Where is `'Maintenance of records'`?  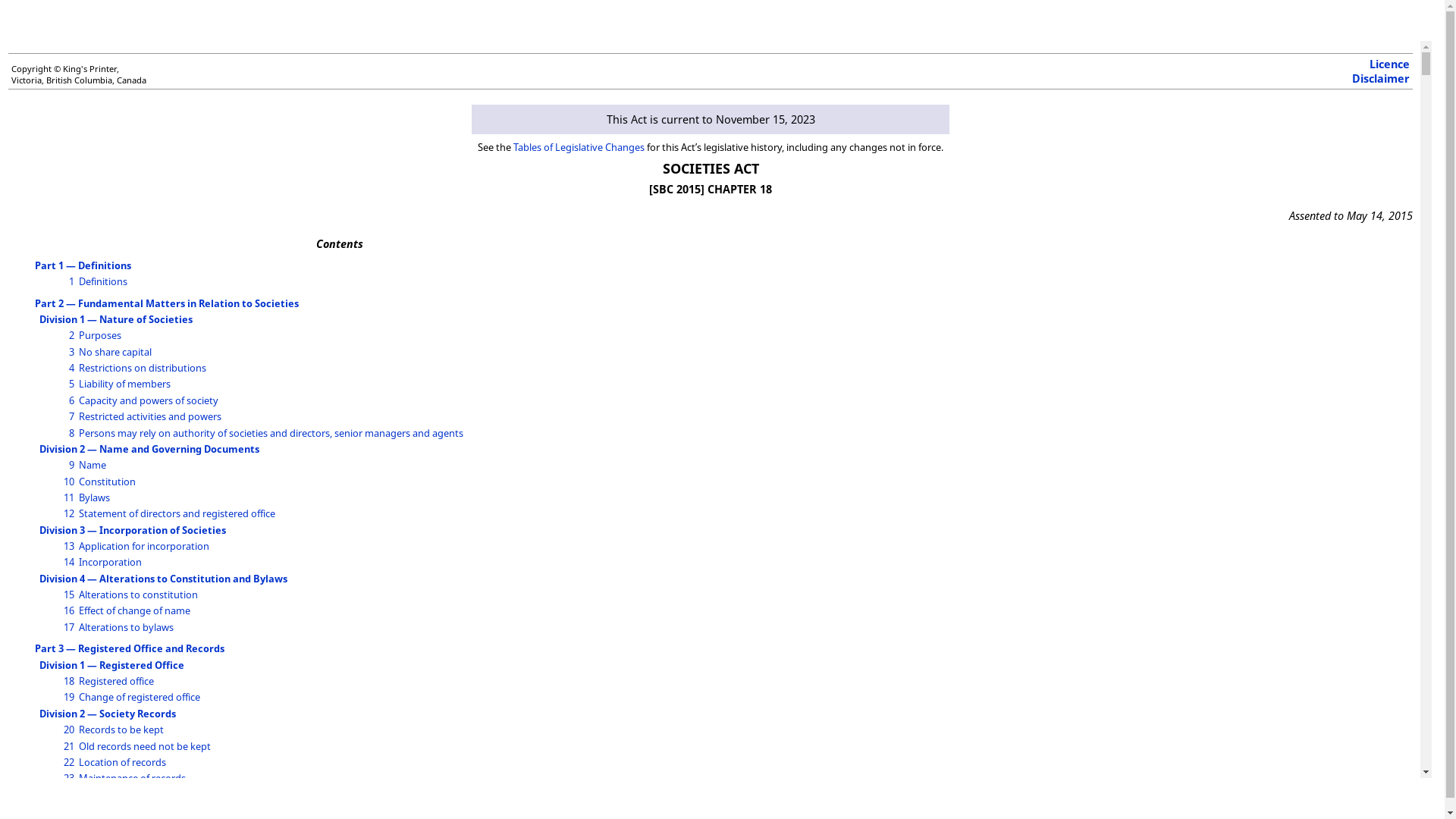 'Maintenance of records' is located at coordinates (132, 778).